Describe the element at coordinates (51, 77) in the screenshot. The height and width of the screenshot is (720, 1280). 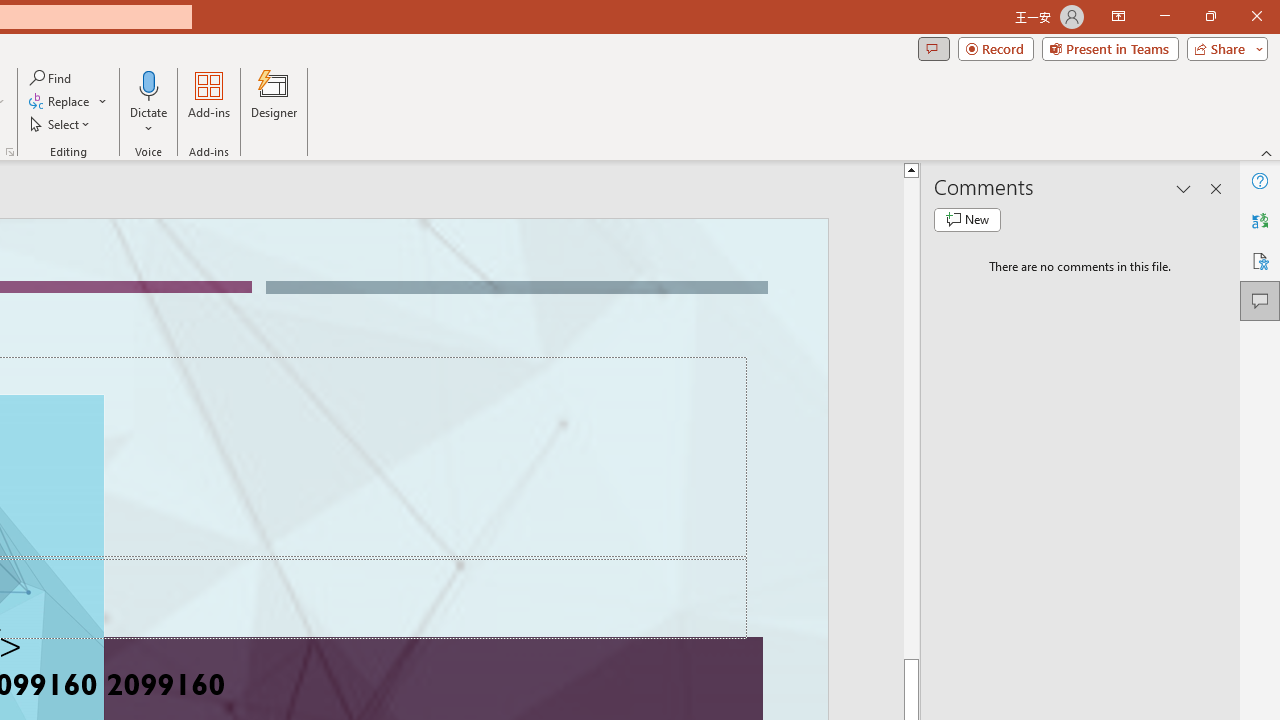
I see `'Find...'` at that location.